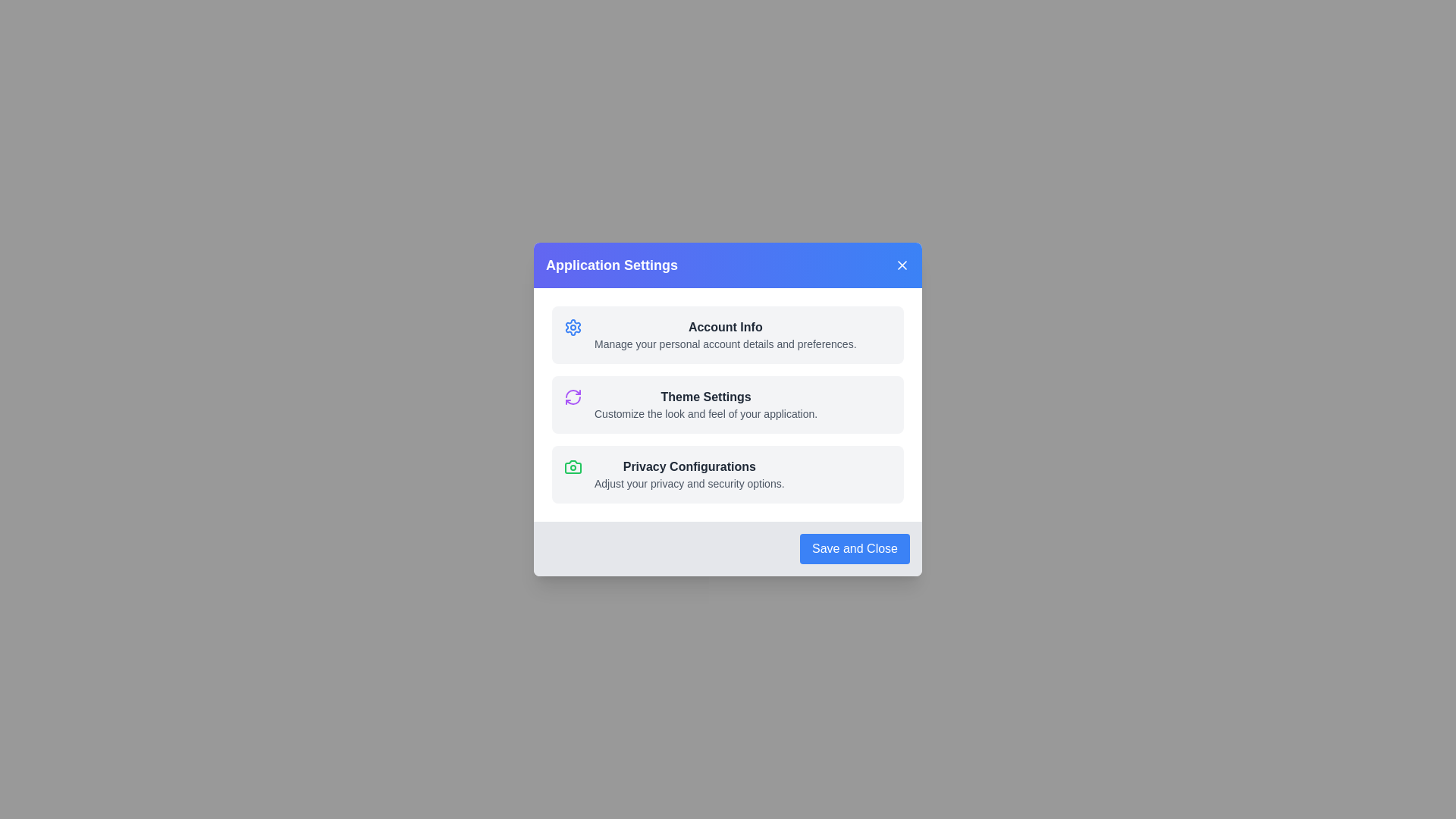 The width and height of the screenshot is (1456, 819). Describe the element at coordinates (855, 549) in the screenshot. I see `the 'Save and Close' button to save the settings and close the dialog` at that location.